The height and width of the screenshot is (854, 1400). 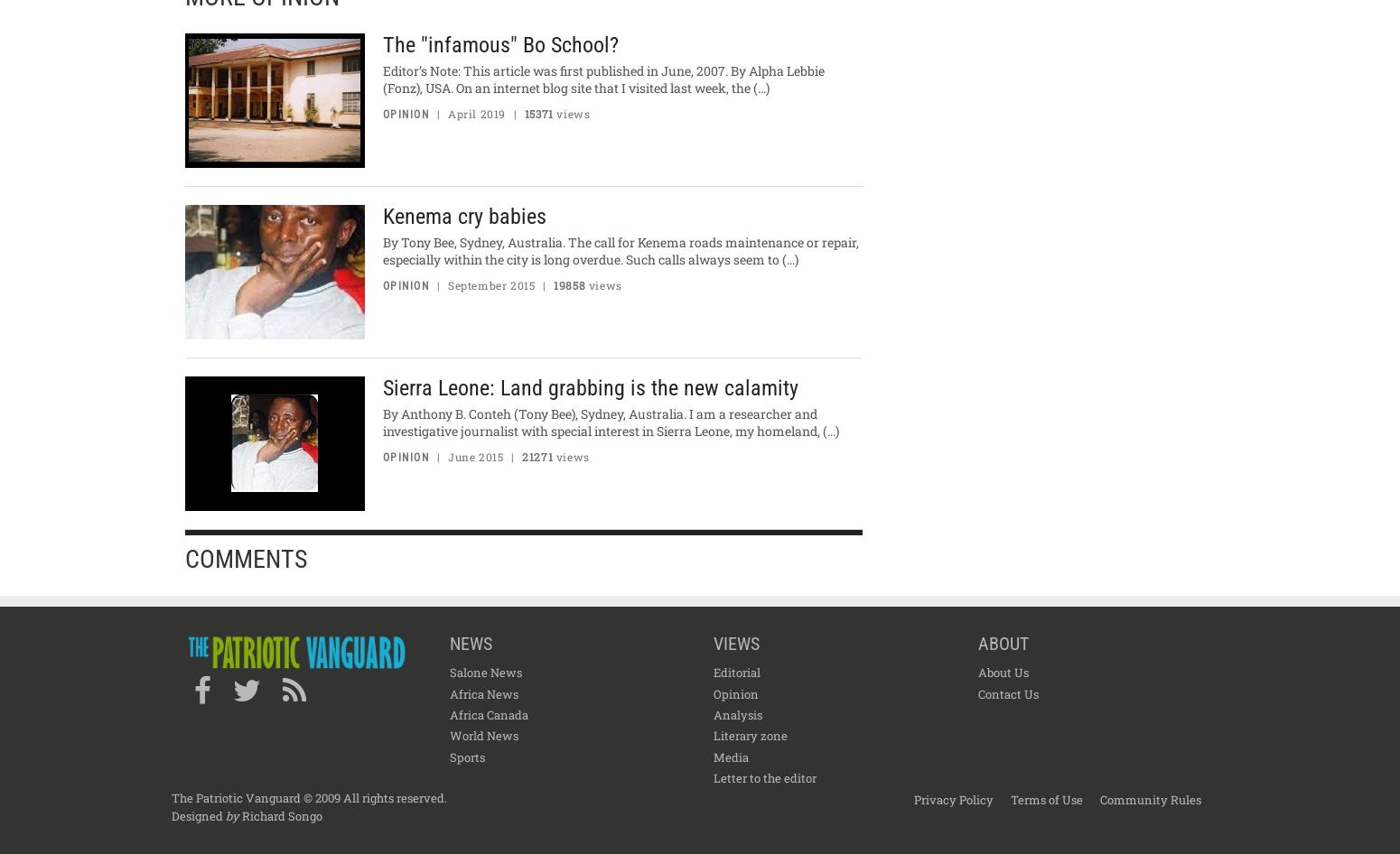 I want to click on 'April 2019', so click(x=475, y=113).